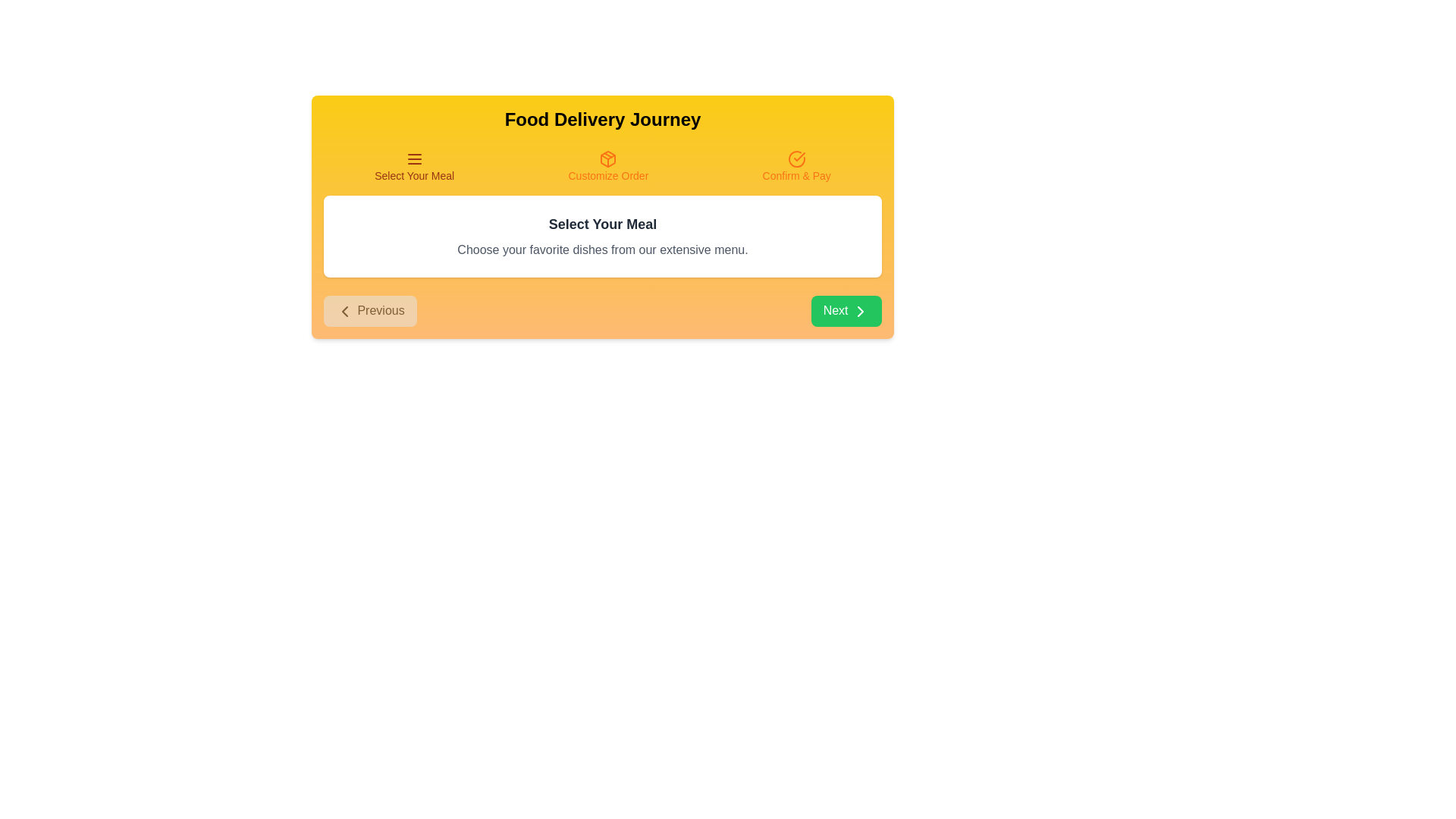  What do you see at coordinates (795, 166) in the screenshot?
I see `the third button in the navigation panel, which confirms and proceeds to payment` at bounding box center [795, 166].